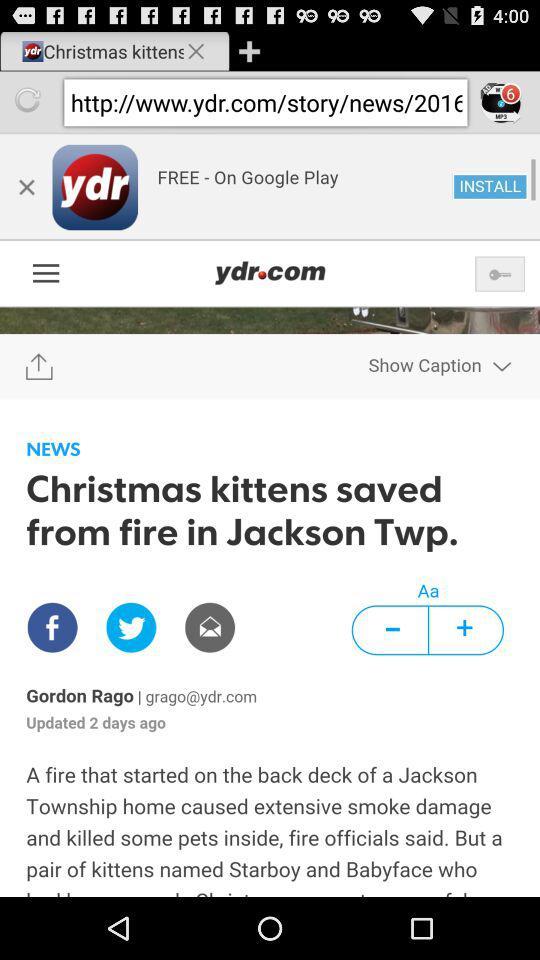 The image size is (540, 960). I want to click on new tab, so click(249, 50).